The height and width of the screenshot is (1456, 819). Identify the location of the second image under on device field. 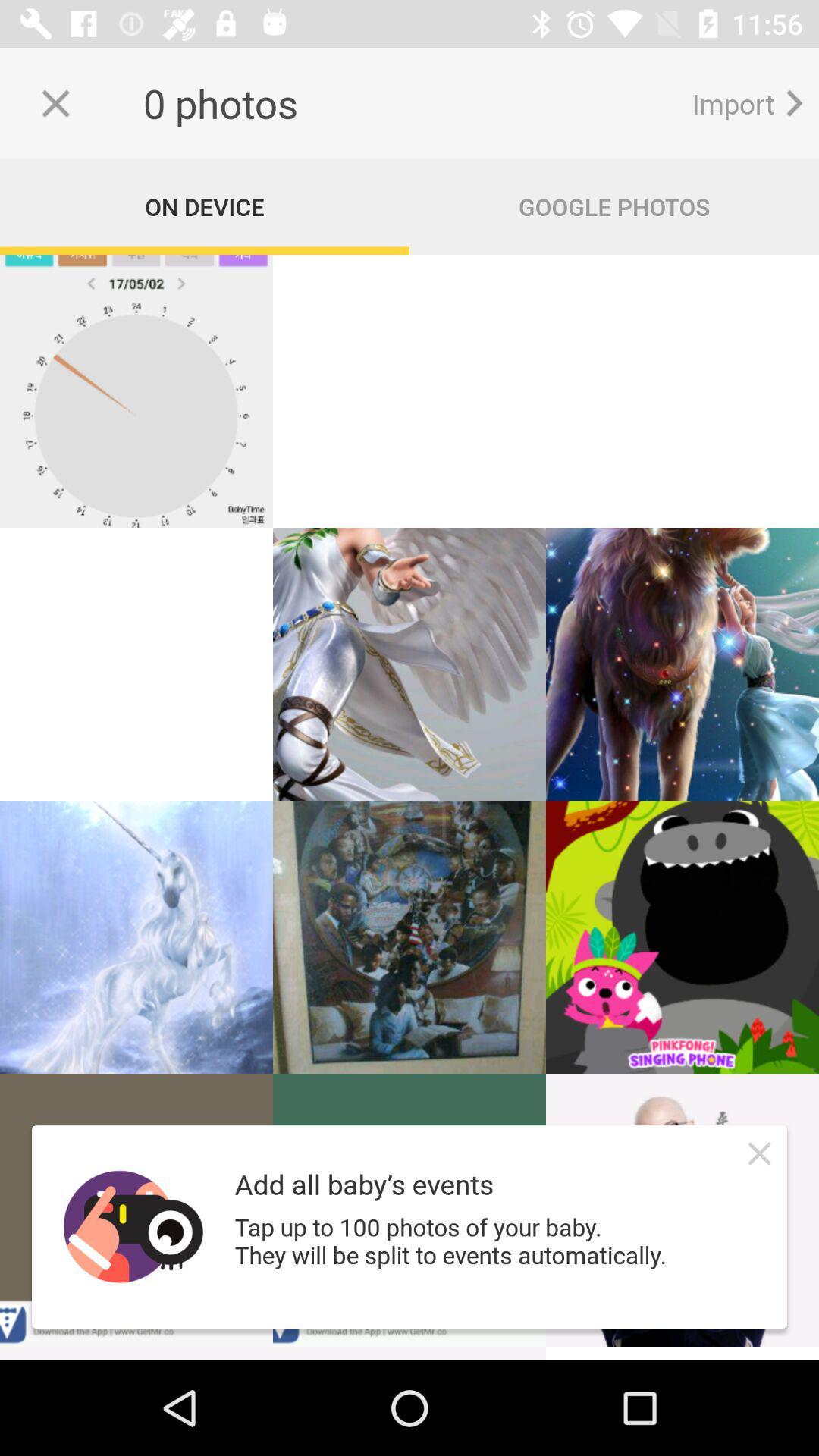
(409, 391).